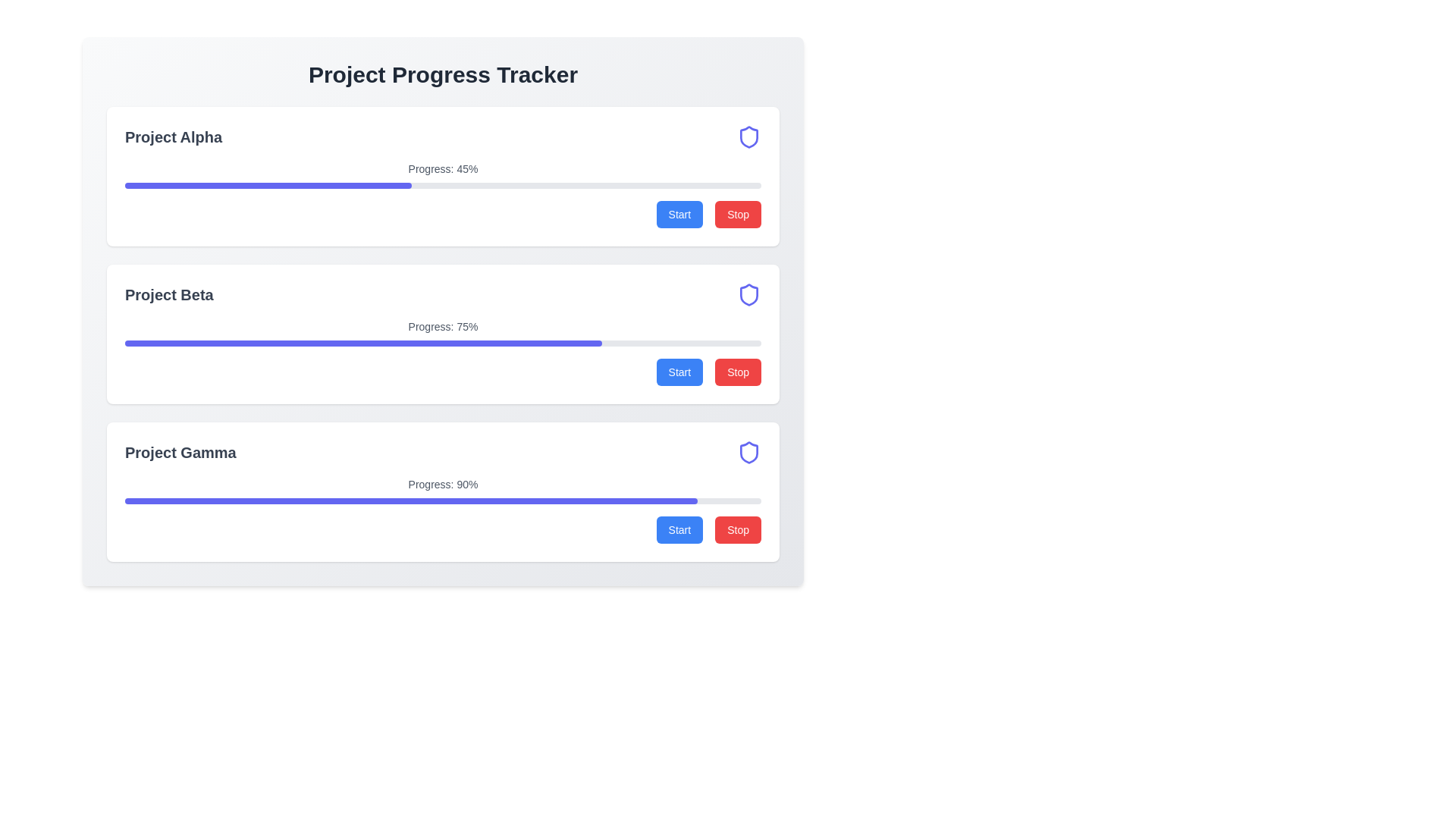  Describe the element at coordinates (442, 343) in the screenshot. I see `the second progress bar in the 'Project Beta' section, which has a light gray background and an indigo filled section indicating 75% progress` at that location.